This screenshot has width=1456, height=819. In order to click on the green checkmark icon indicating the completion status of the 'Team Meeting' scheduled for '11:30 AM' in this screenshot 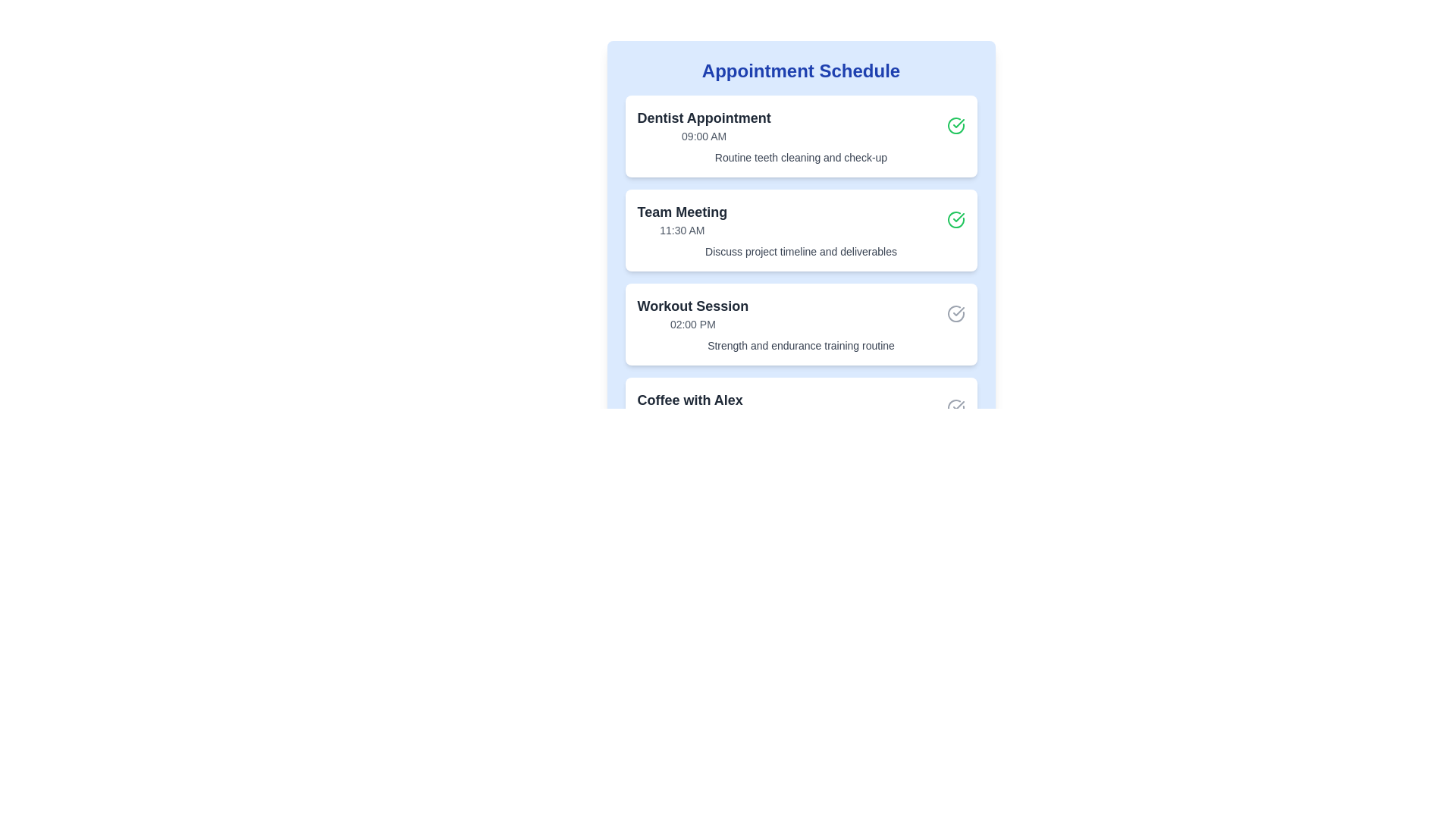, I will do `click(955, 219)`.